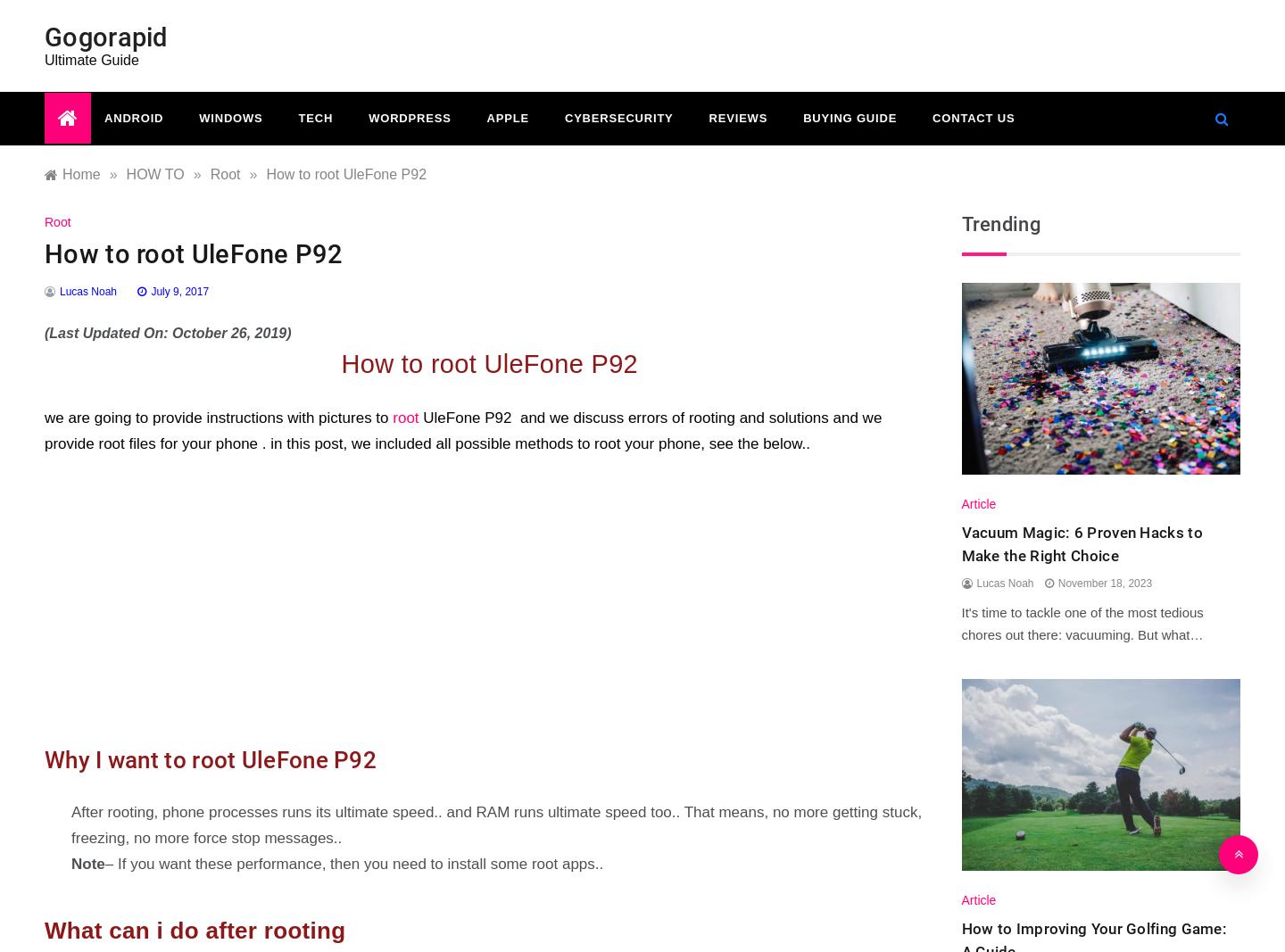 This screenshot has height=952, width=1285. Describe the element at coordinates (461, 430) in the screenshot. I see `'UleFone P92  and we discuss errors of rooting and solutions and we provide root files for your phone . in this post, we included all possible methods to root your phone, see the below..'` at that location.